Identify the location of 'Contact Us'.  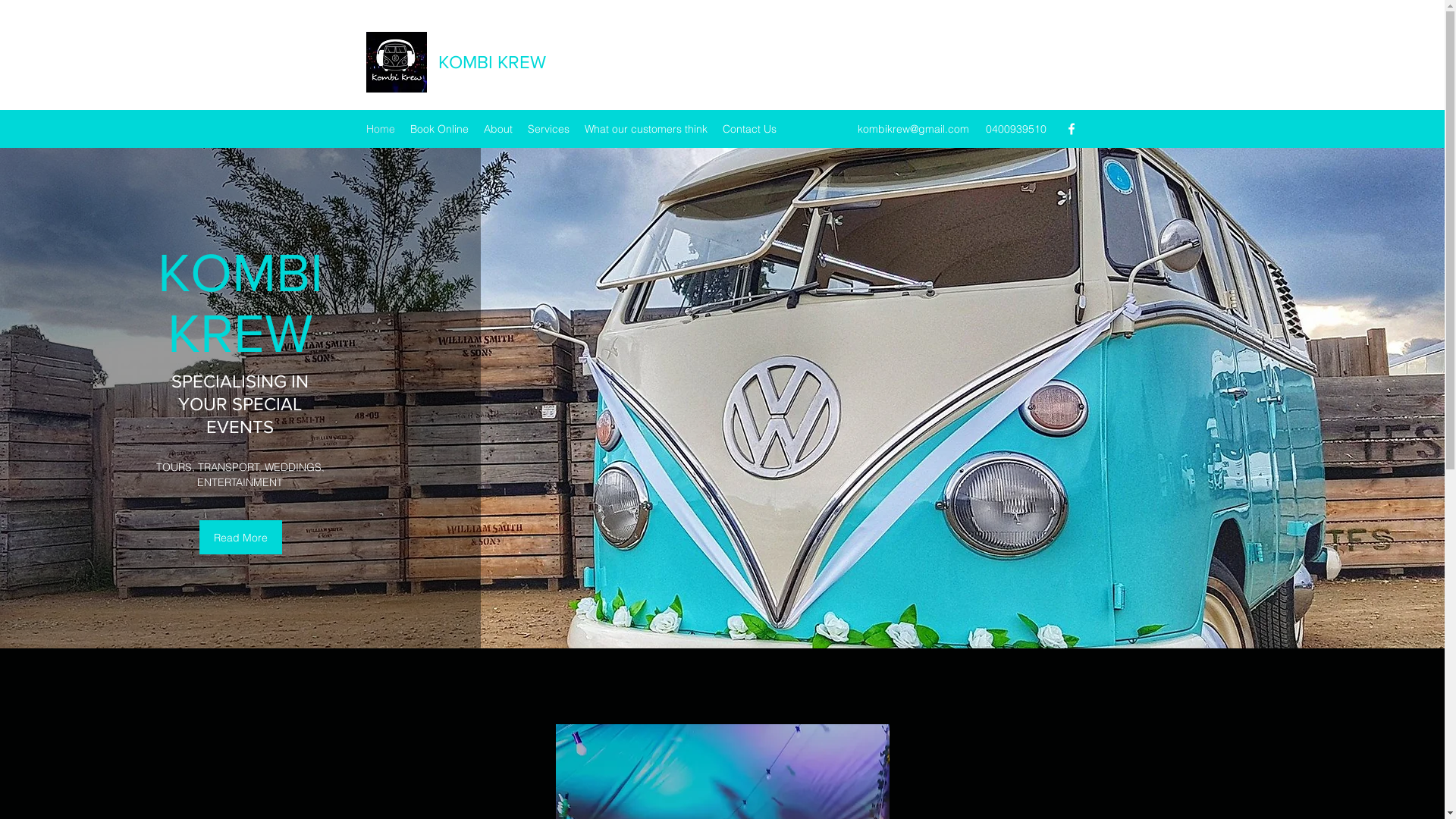
(748, 127).